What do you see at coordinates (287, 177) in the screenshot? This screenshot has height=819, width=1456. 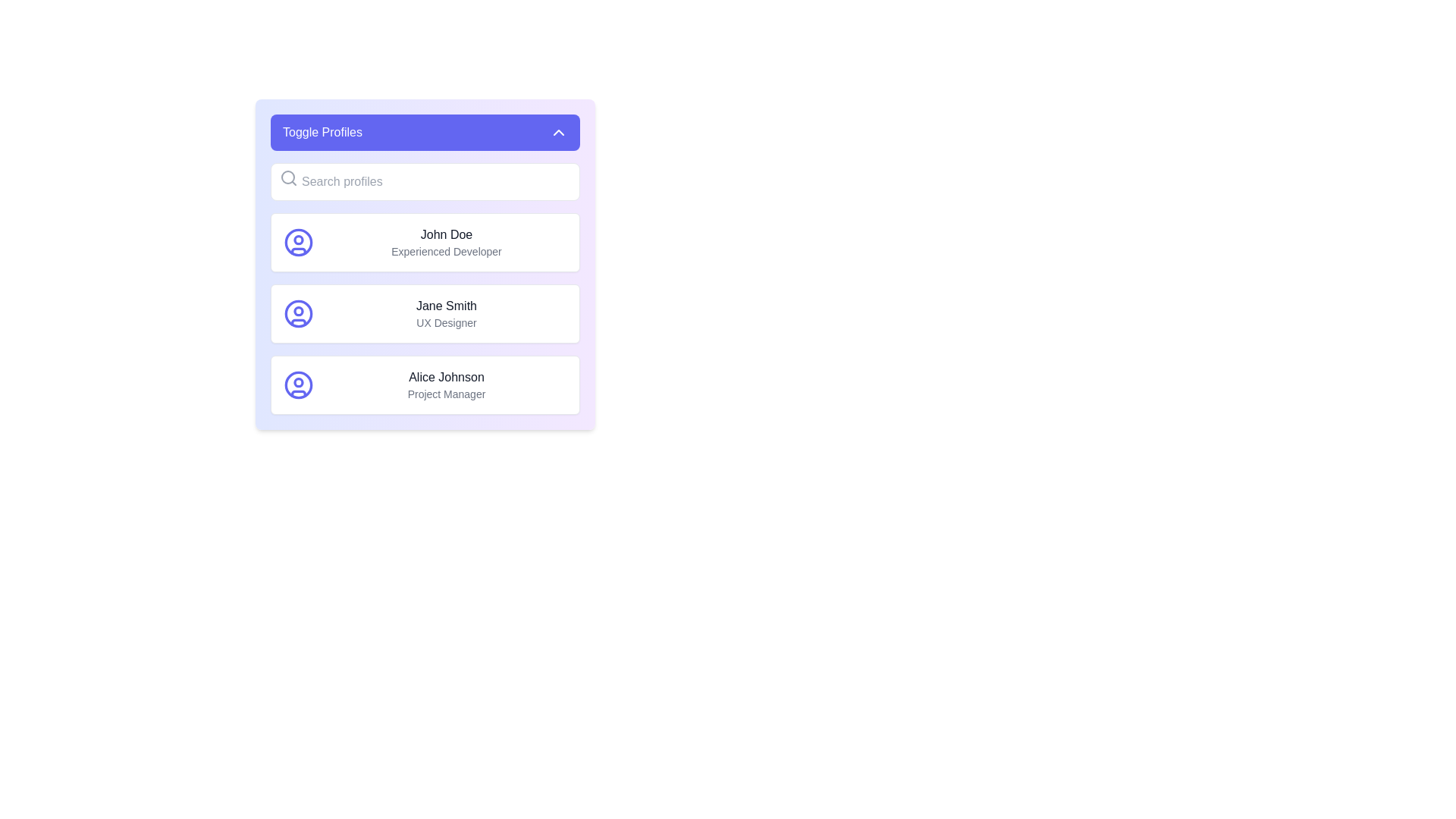 I see `the small circular shape within the search icon located at the top of the vertical profile selection panel` at bounding box center [287, 177].